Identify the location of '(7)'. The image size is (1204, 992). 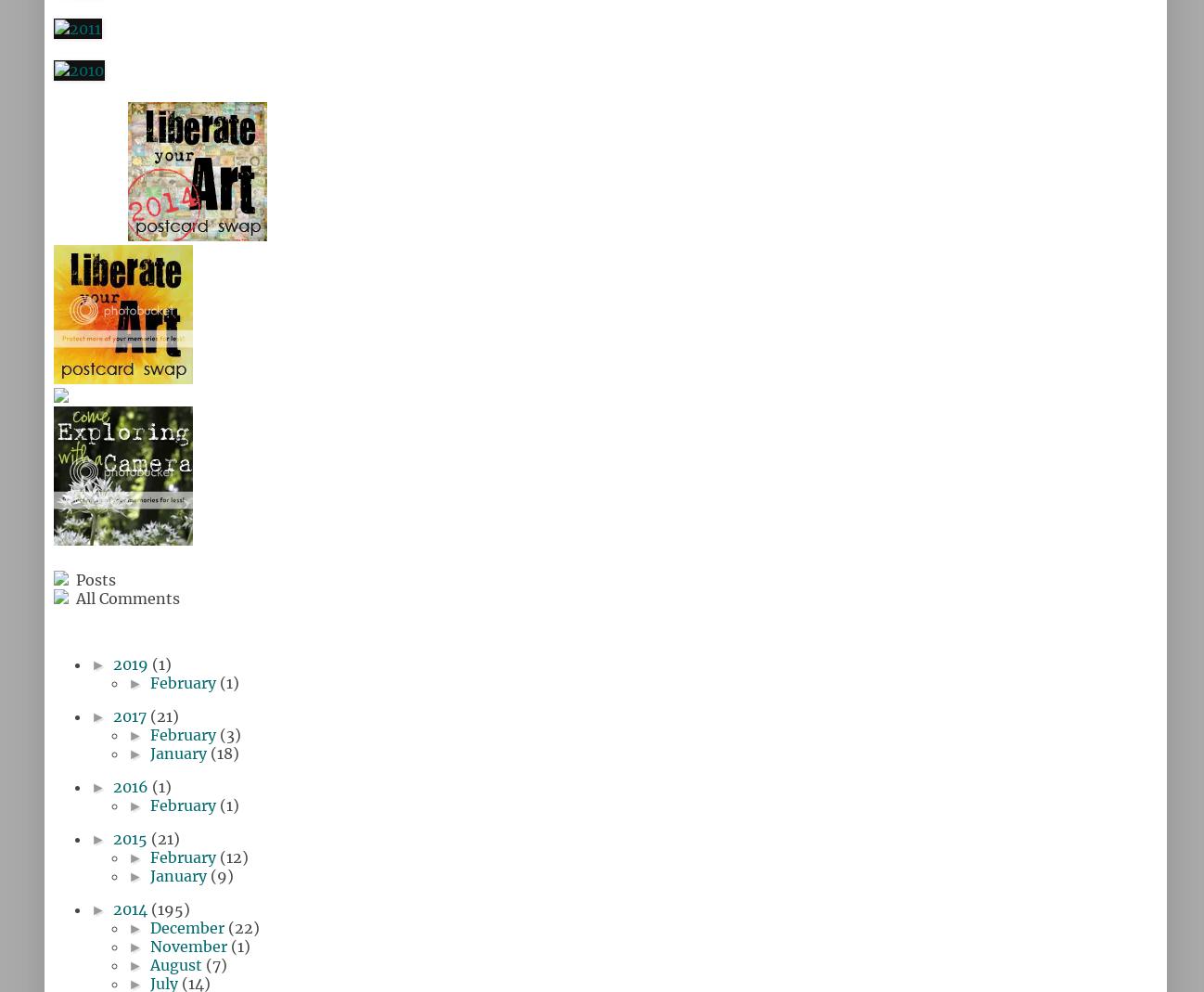
(215, 965).